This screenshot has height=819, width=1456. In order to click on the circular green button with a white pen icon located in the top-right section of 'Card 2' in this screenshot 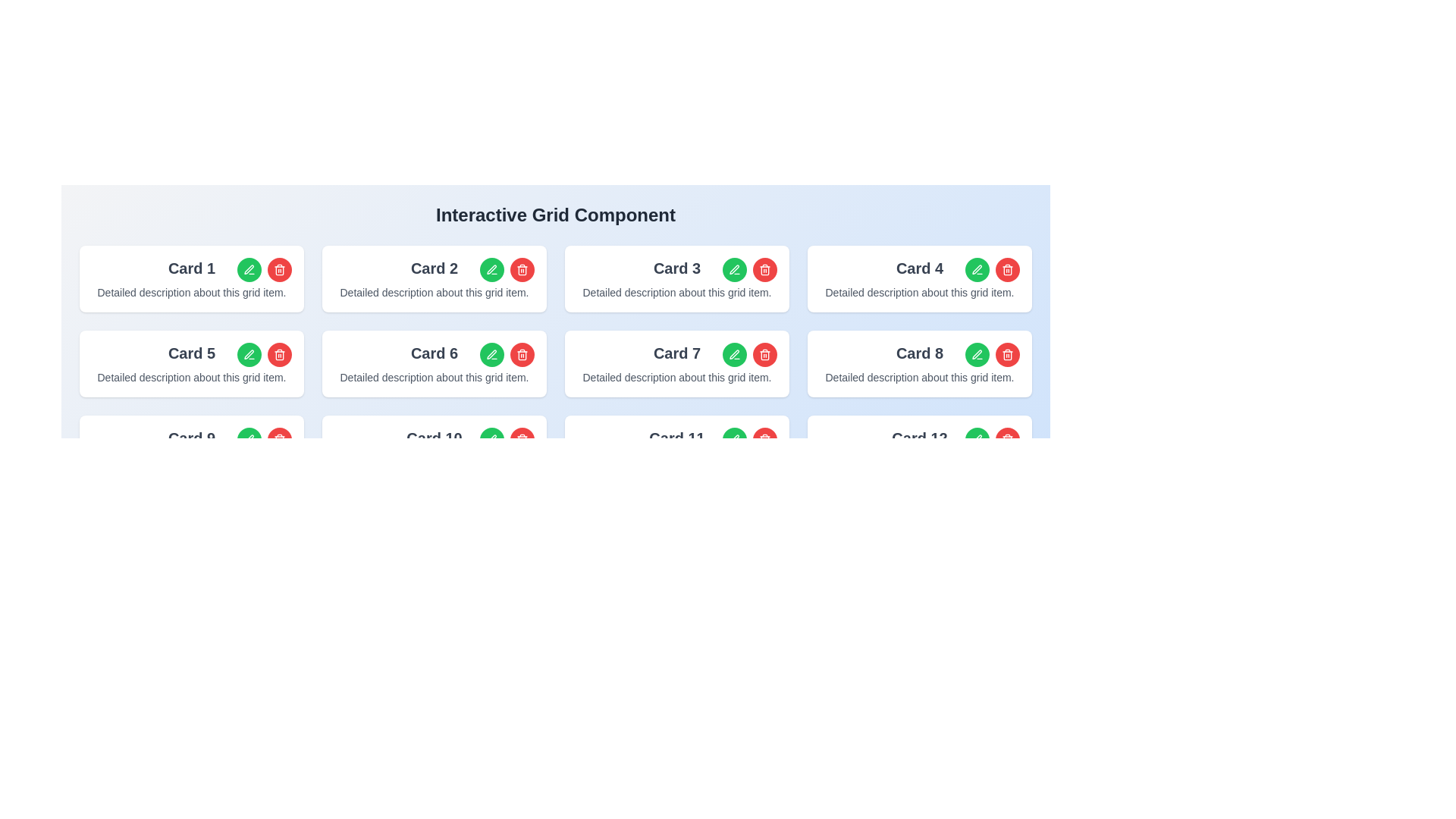, I will do `click(491, 268)`.